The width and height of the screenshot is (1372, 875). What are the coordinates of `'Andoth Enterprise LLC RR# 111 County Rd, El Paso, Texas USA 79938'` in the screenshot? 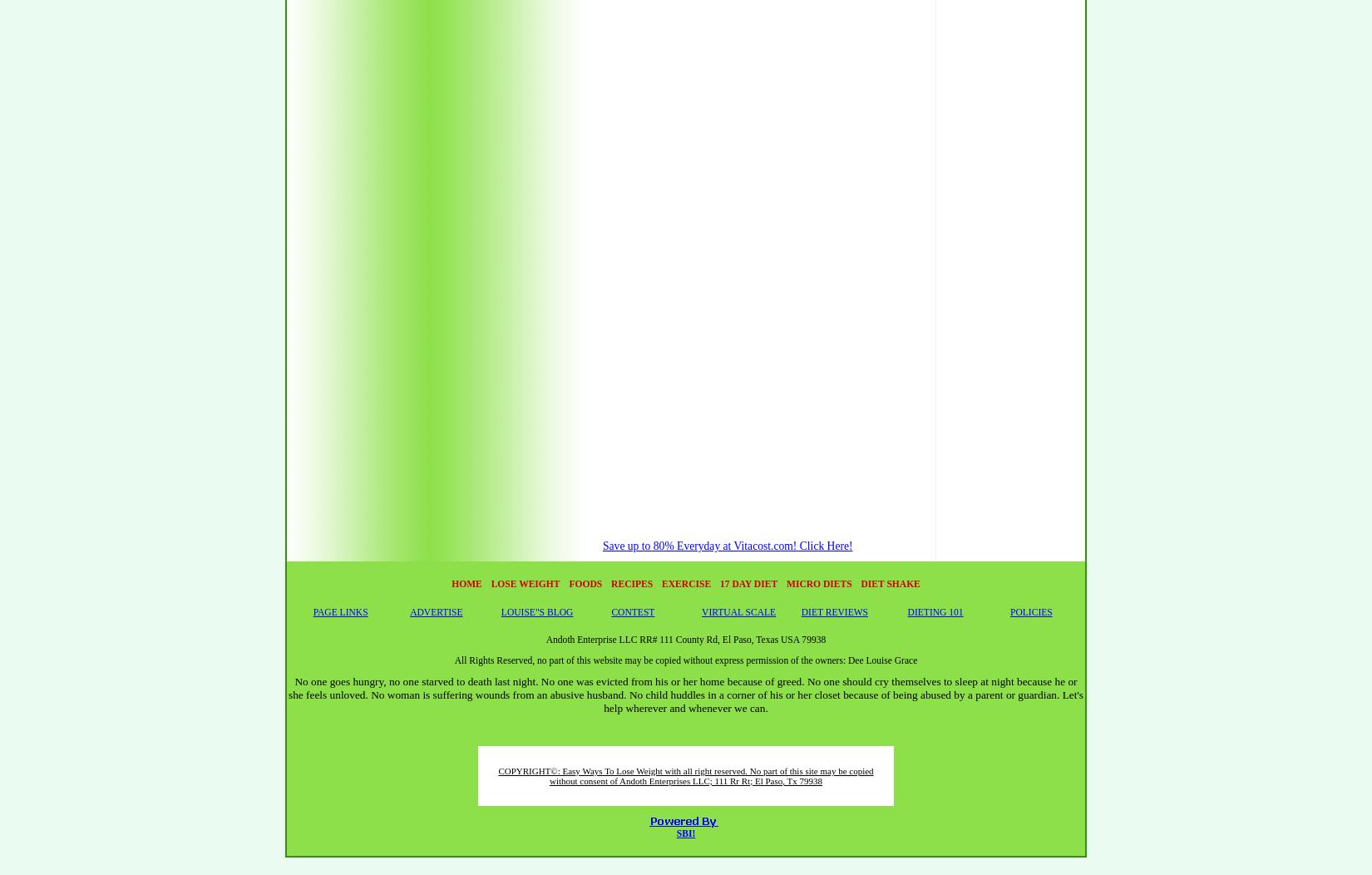 It's located at (545, 639).